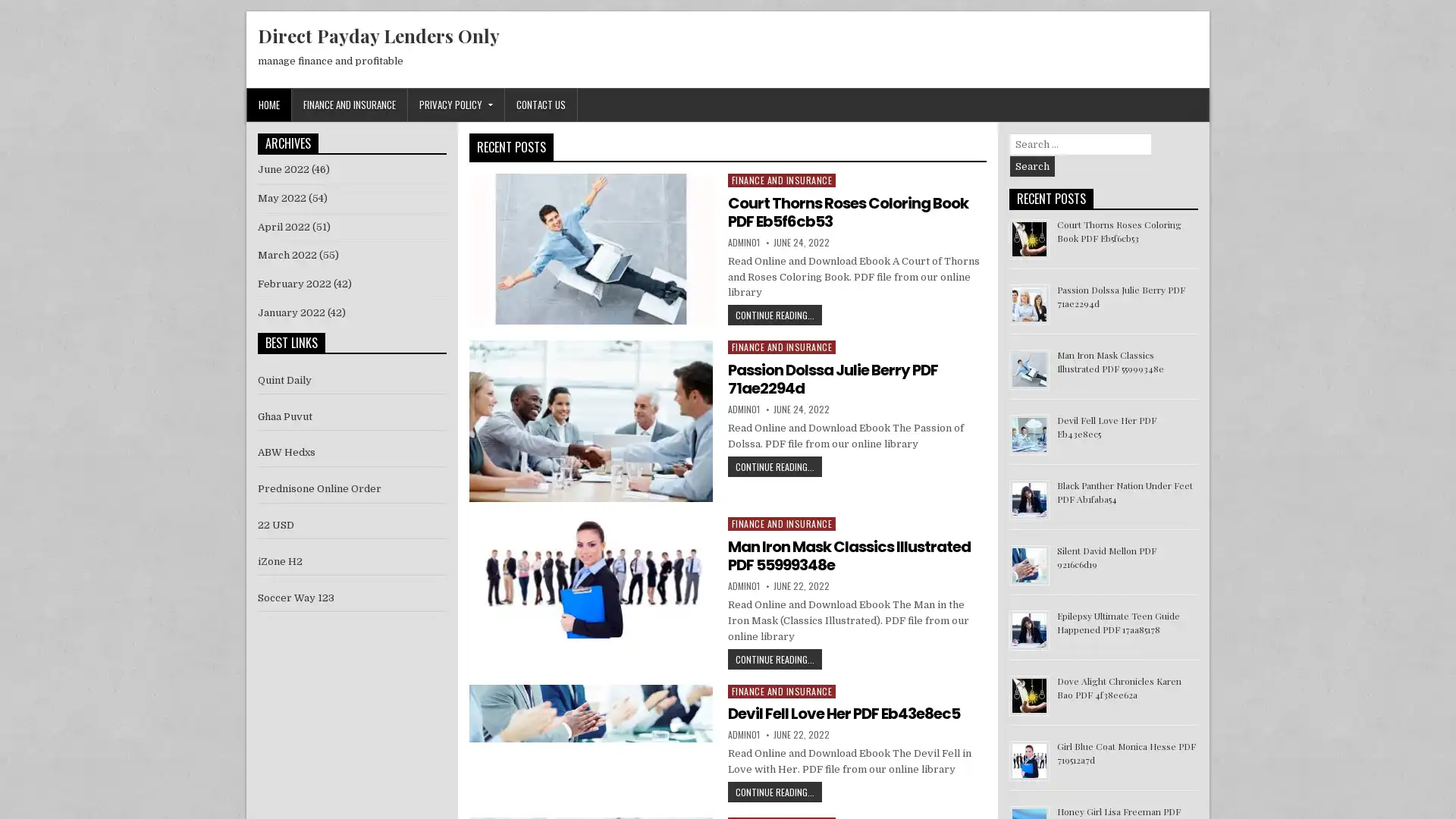  I want to click on Search, so click(1031, 166).